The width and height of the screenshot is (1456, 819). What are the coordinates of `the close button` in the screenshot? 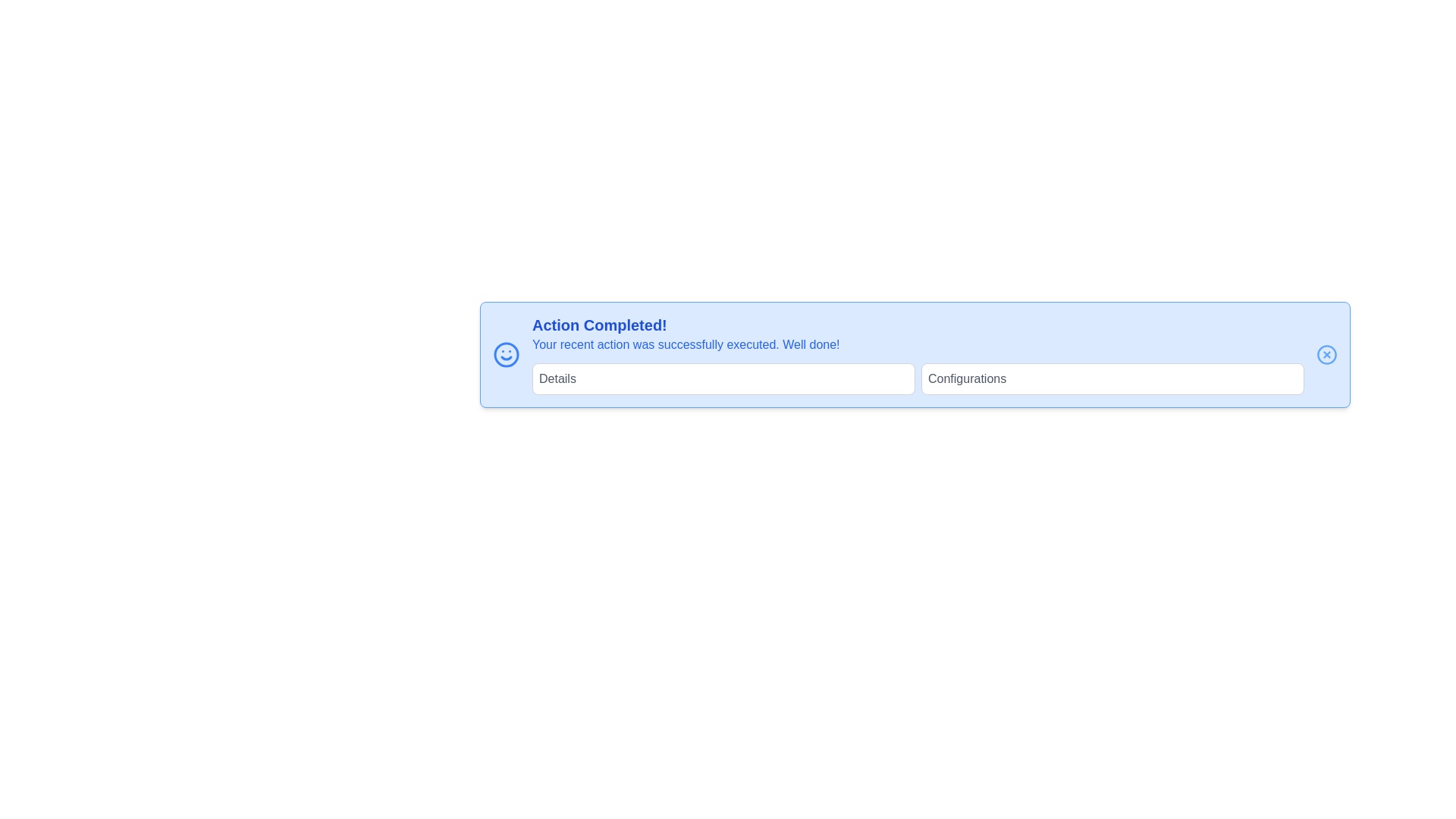 It's located at (1326, 354).